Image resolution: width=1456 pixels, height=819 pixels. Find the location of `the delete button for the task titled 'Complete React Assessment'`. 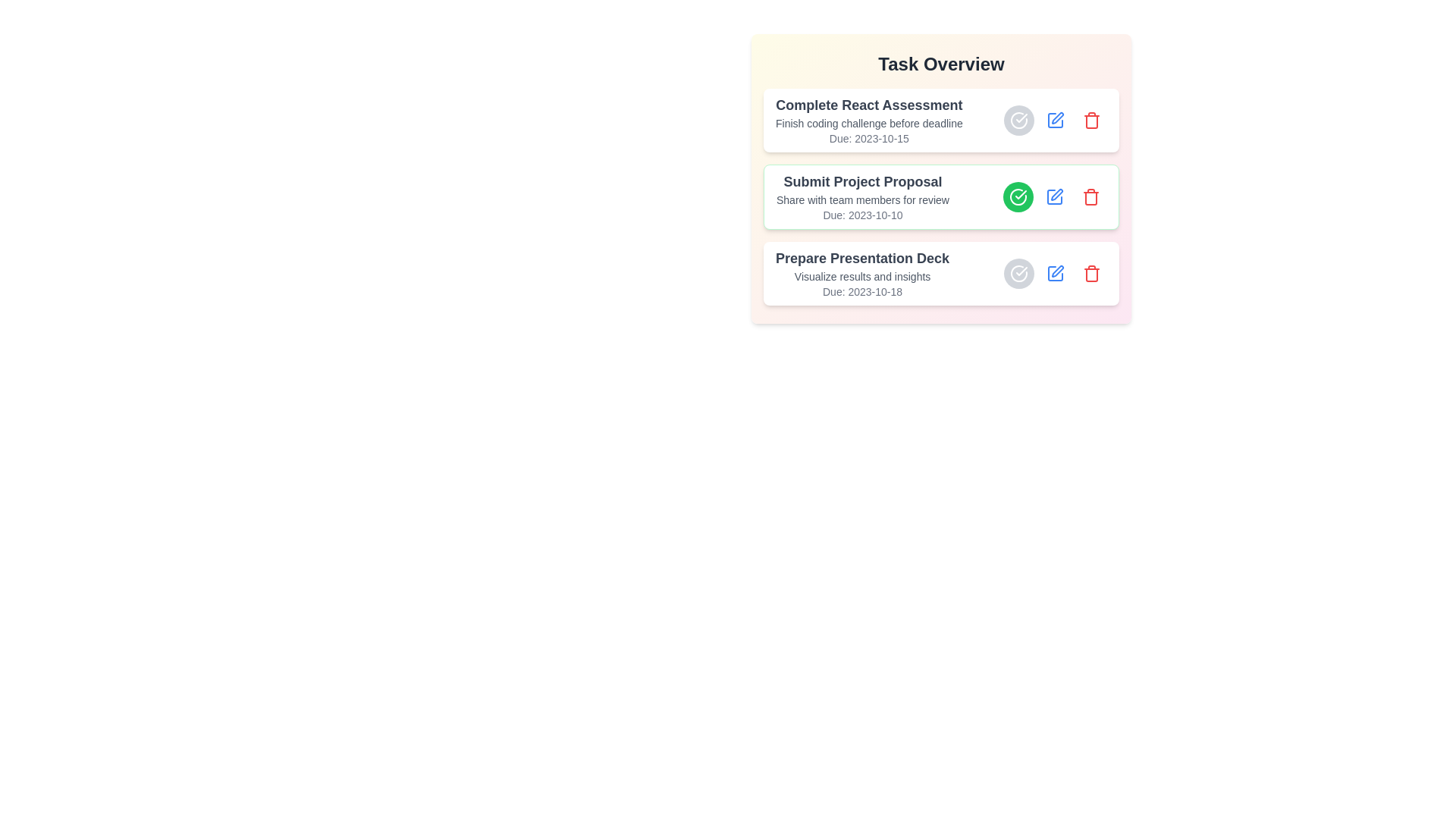

the delete button for the task titled 'Complete React Assessment' is located at coordinates (1092, 119).